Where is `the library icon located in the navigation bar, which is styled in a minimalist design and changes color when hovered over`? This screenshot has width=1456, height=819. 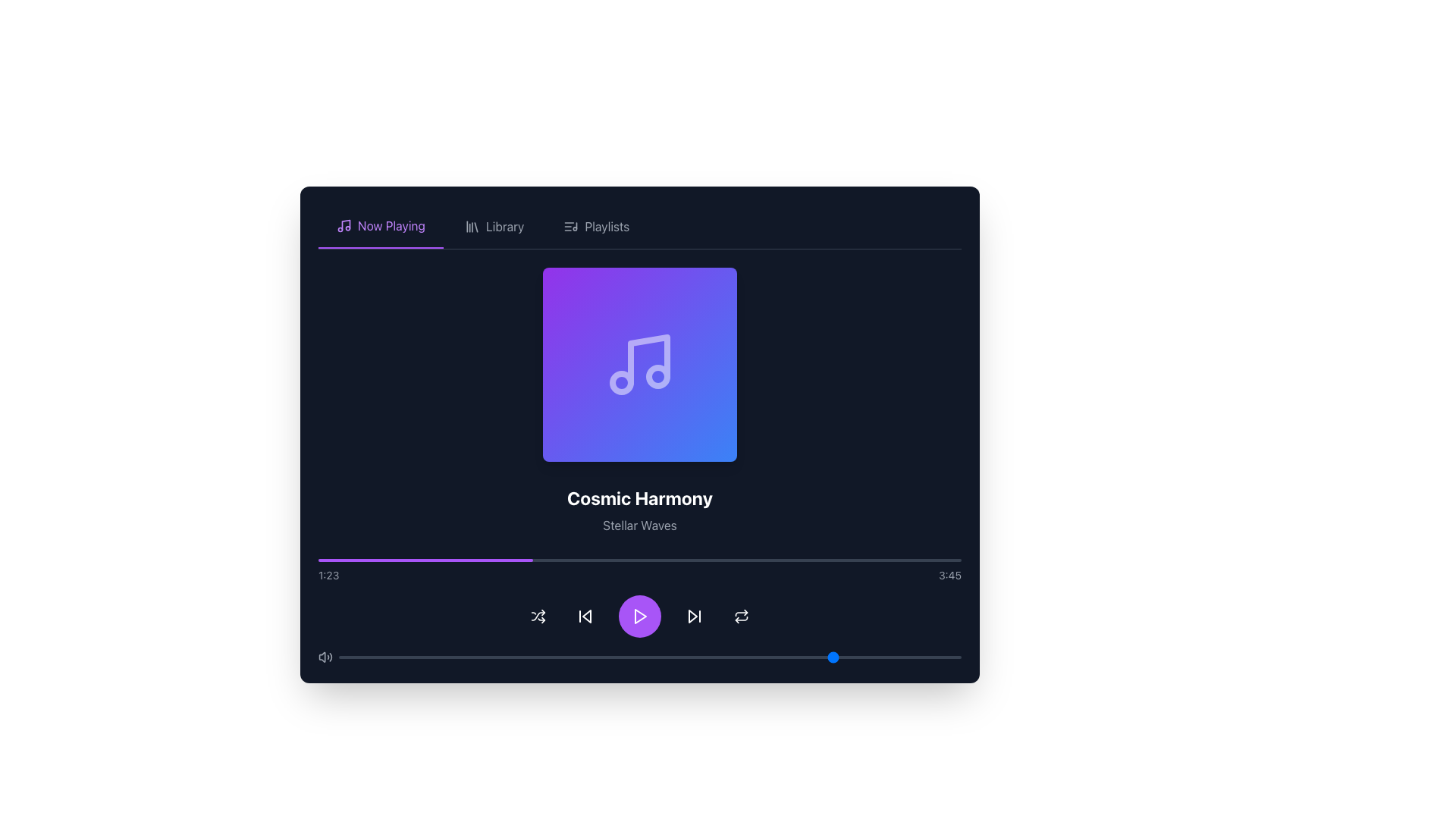 the library icon located in the navigation bar, which is styled in a minimalist design and changes color when hovered over is located at coordinates (471, 227).